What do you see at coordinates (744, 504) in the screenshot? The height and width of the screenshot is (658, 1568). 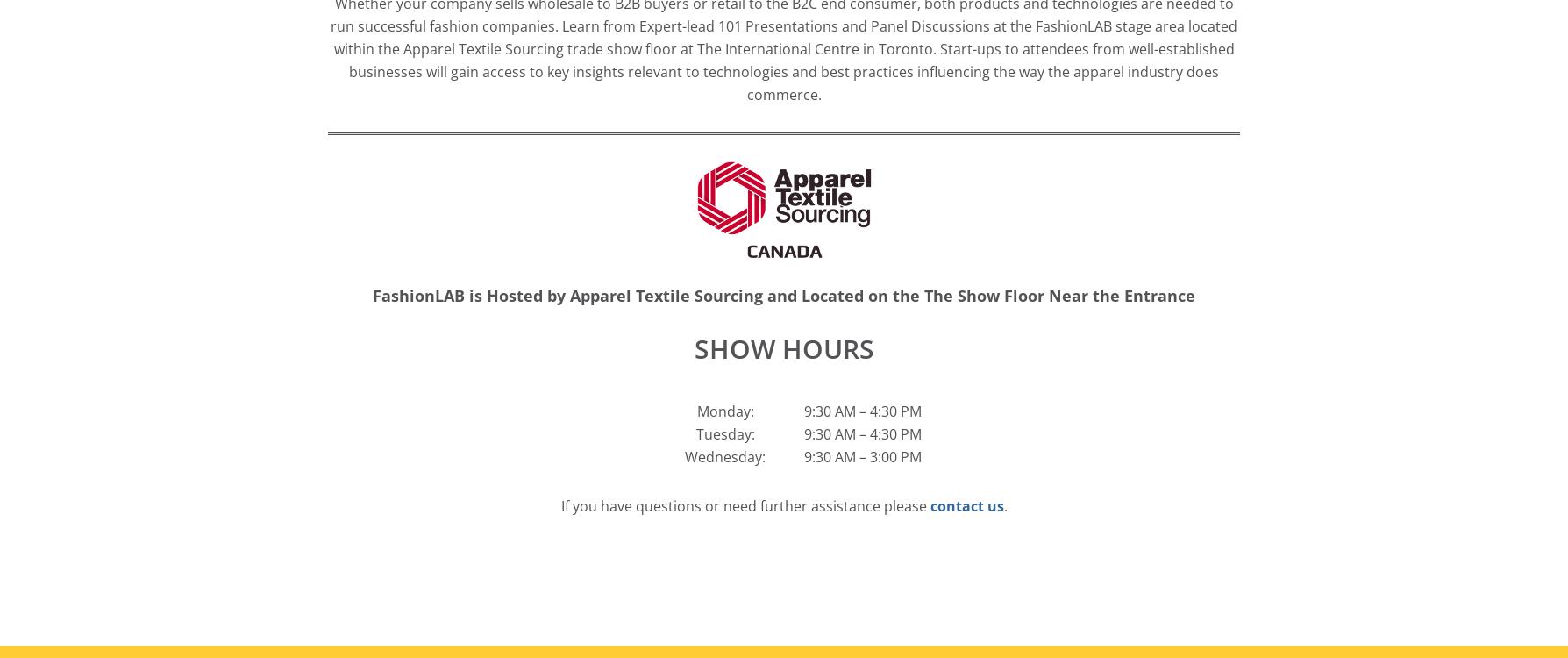 I see `'If you have questions or need further assistance please'` at bounding box center [744, 504].